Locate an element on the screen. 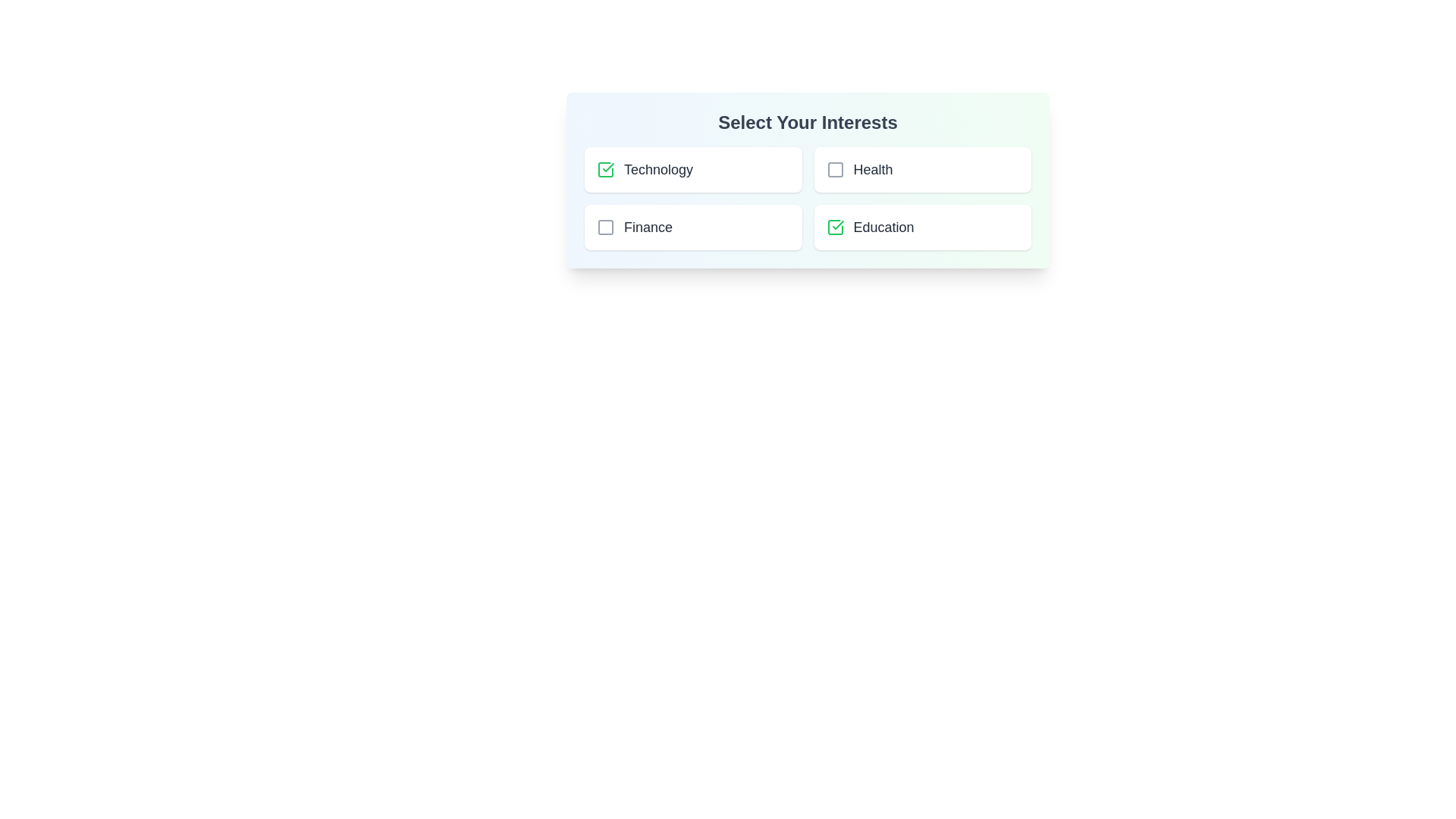 The height and width of the screenshot is (819, 1456). the category item Education to toggle its selection state is located at coordinates (921, 227).